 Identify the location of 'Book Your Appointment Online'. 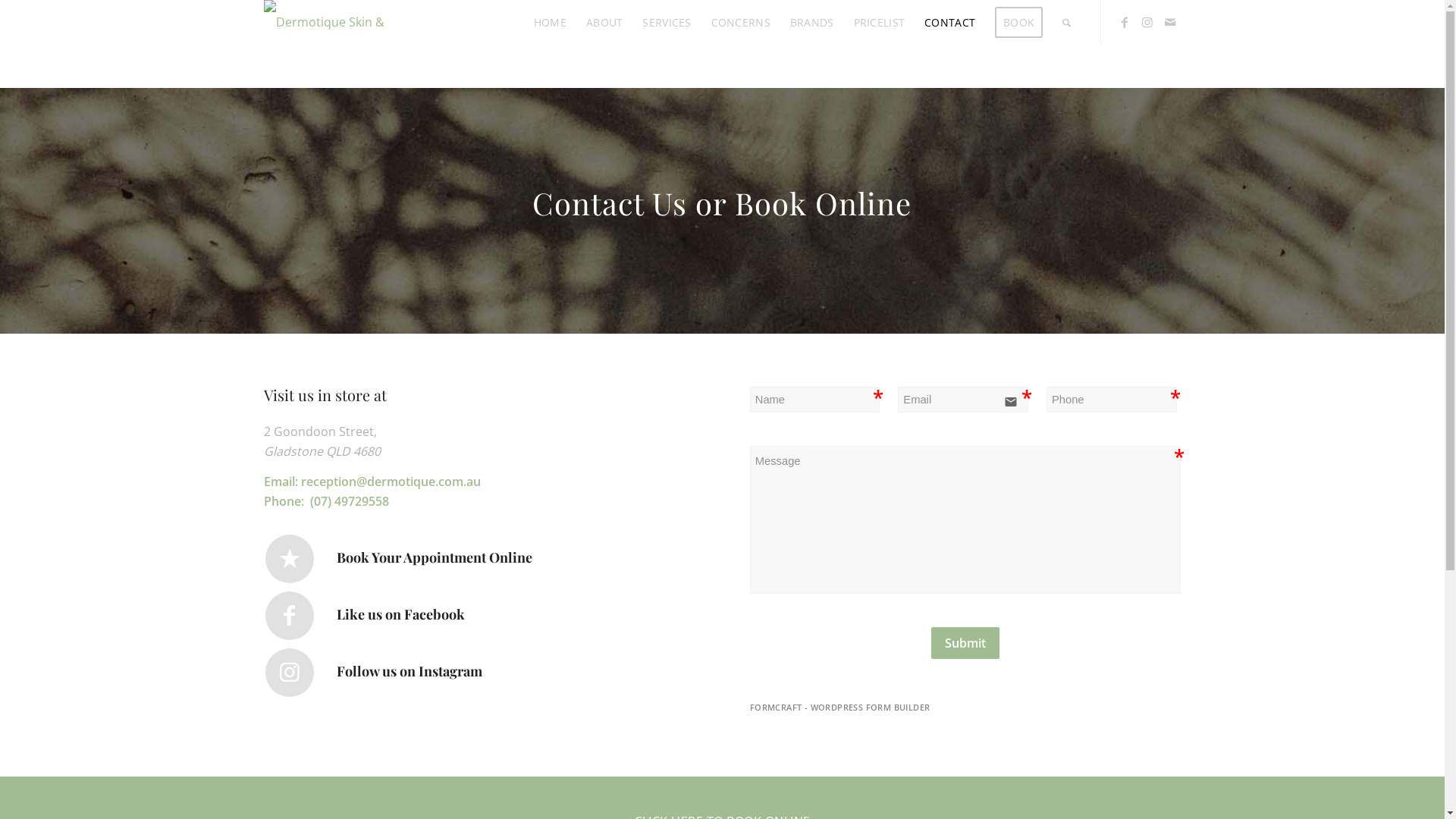
(290, 558).